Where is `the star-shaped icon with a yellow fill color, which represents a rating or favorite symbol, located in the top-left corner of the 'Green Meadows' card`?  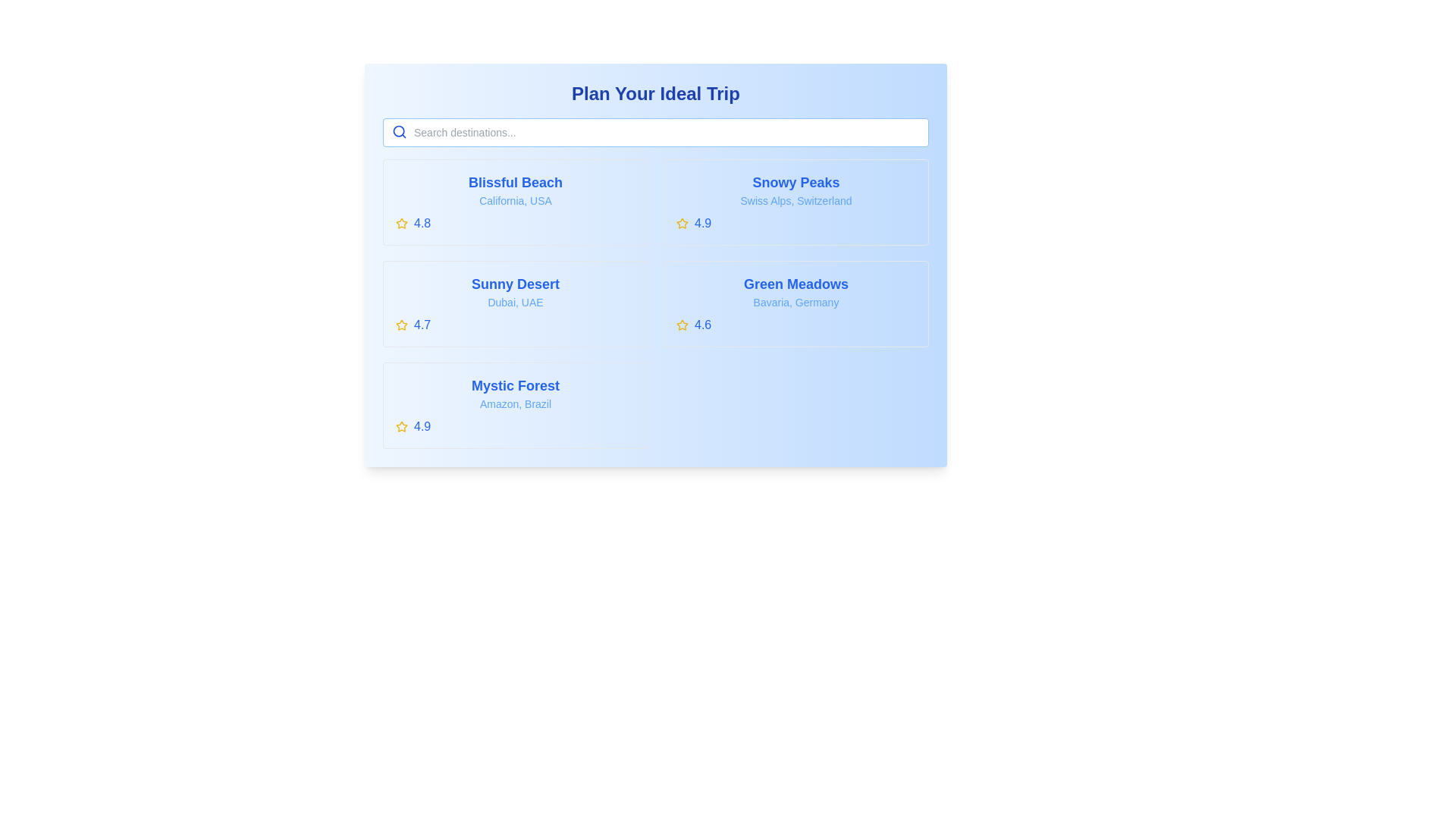 the star-shaped icon with a yellow fill color, which represents a rating or favorite symbol, located in the top-left corner of the 'Green Meadows' card is located at coordinates (682, 324).